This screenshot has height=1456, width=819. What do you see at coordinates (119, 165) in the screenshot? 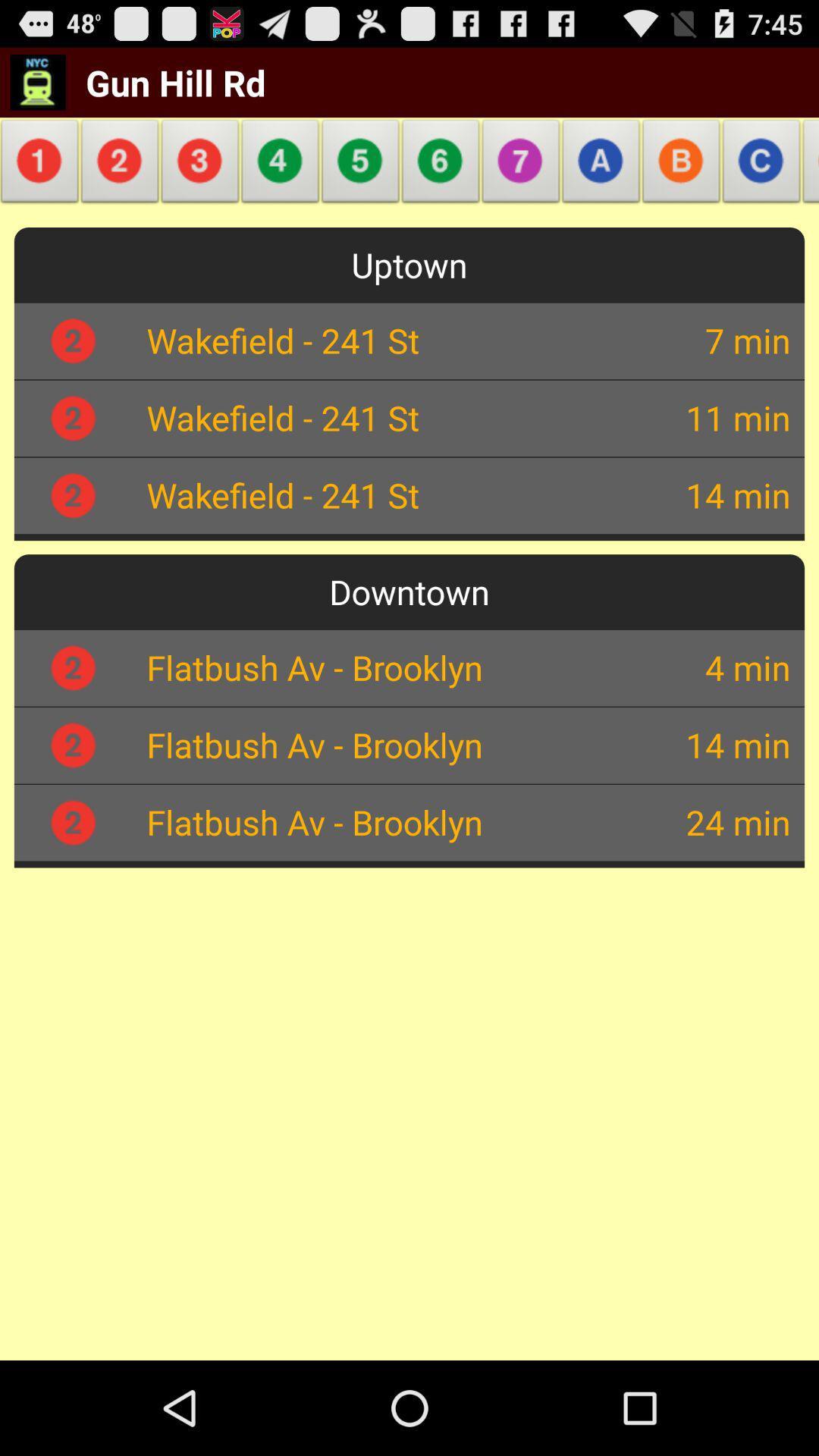
I see `item above uptown` at bounding box center [119, 165].